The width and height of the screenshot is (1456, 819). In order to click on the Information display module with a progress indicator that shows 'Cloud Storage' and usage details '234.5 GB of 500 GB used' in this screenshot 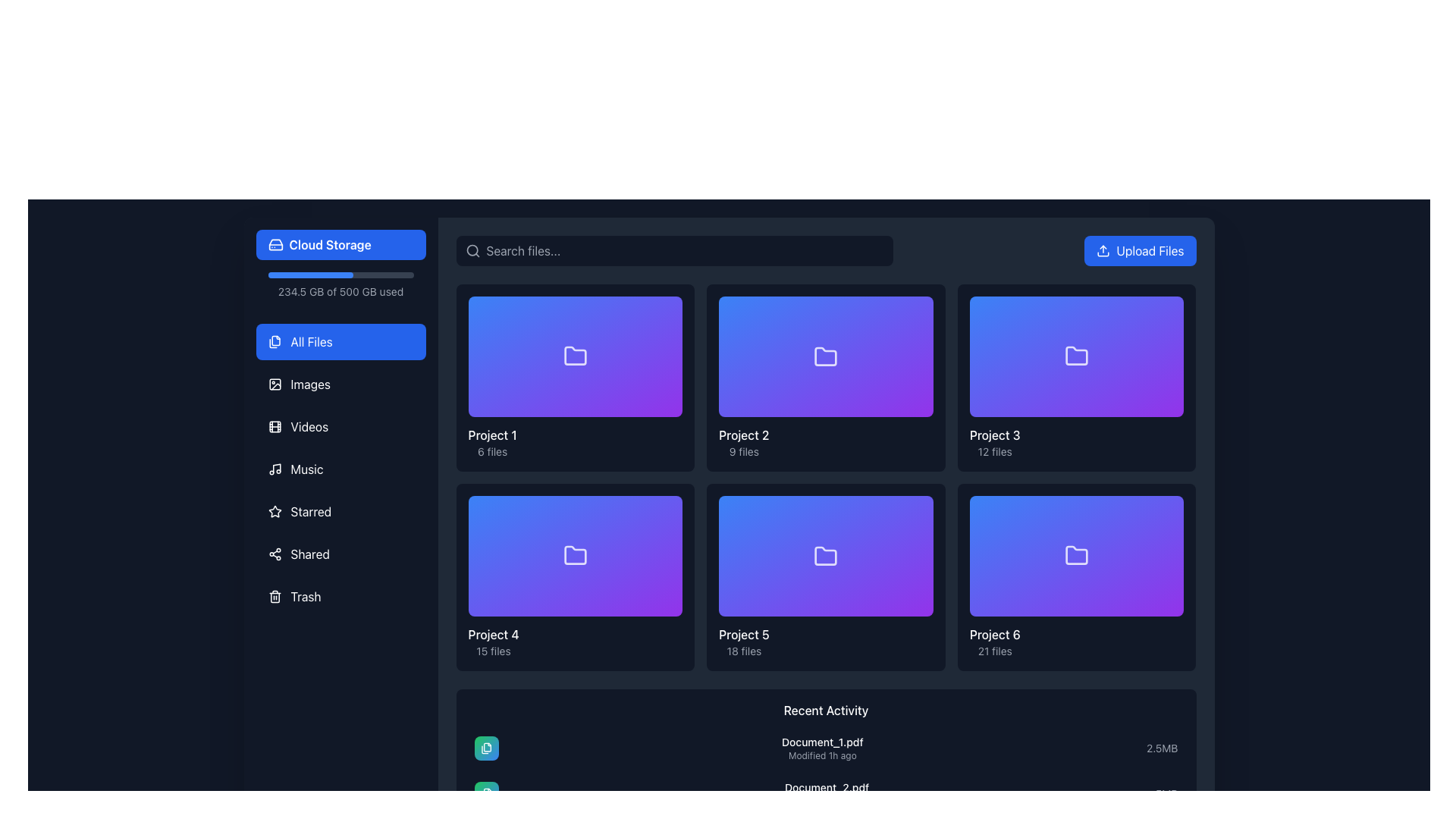, I will do `click(340, 263)`.